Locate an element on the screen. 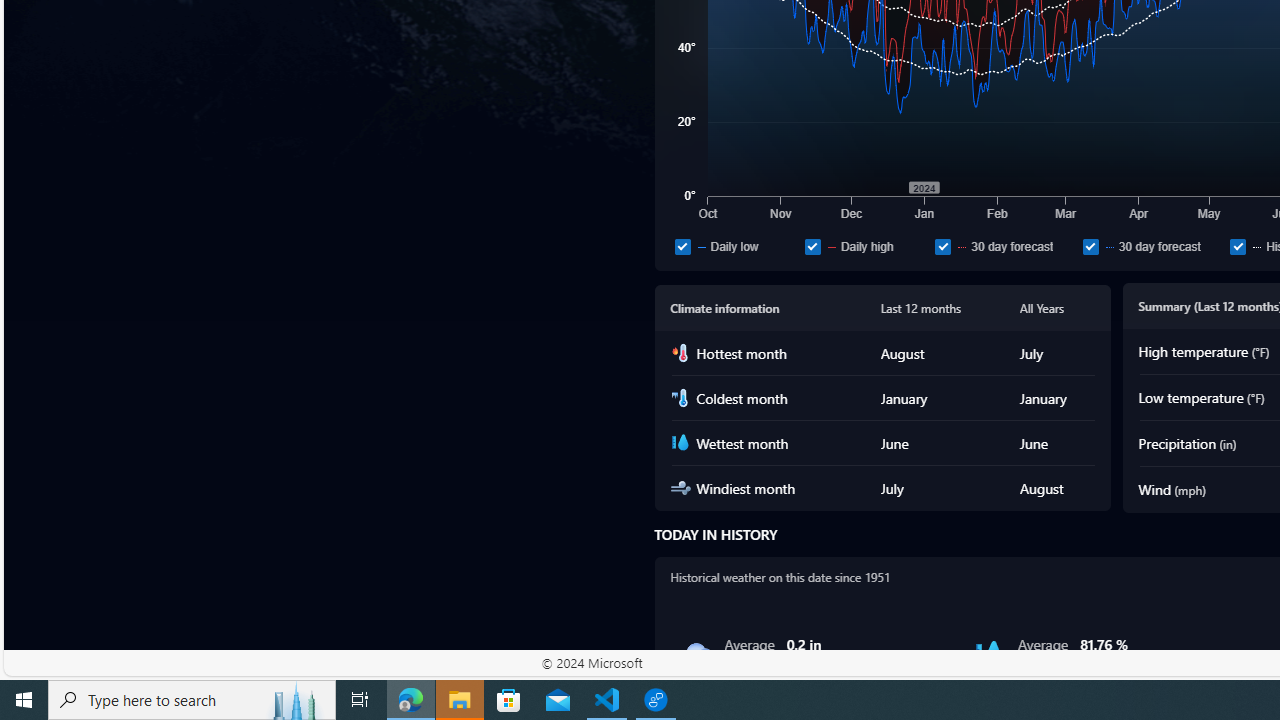 The image size is (1280, 720). 'Daily low' is located at coordinates (682, 245).